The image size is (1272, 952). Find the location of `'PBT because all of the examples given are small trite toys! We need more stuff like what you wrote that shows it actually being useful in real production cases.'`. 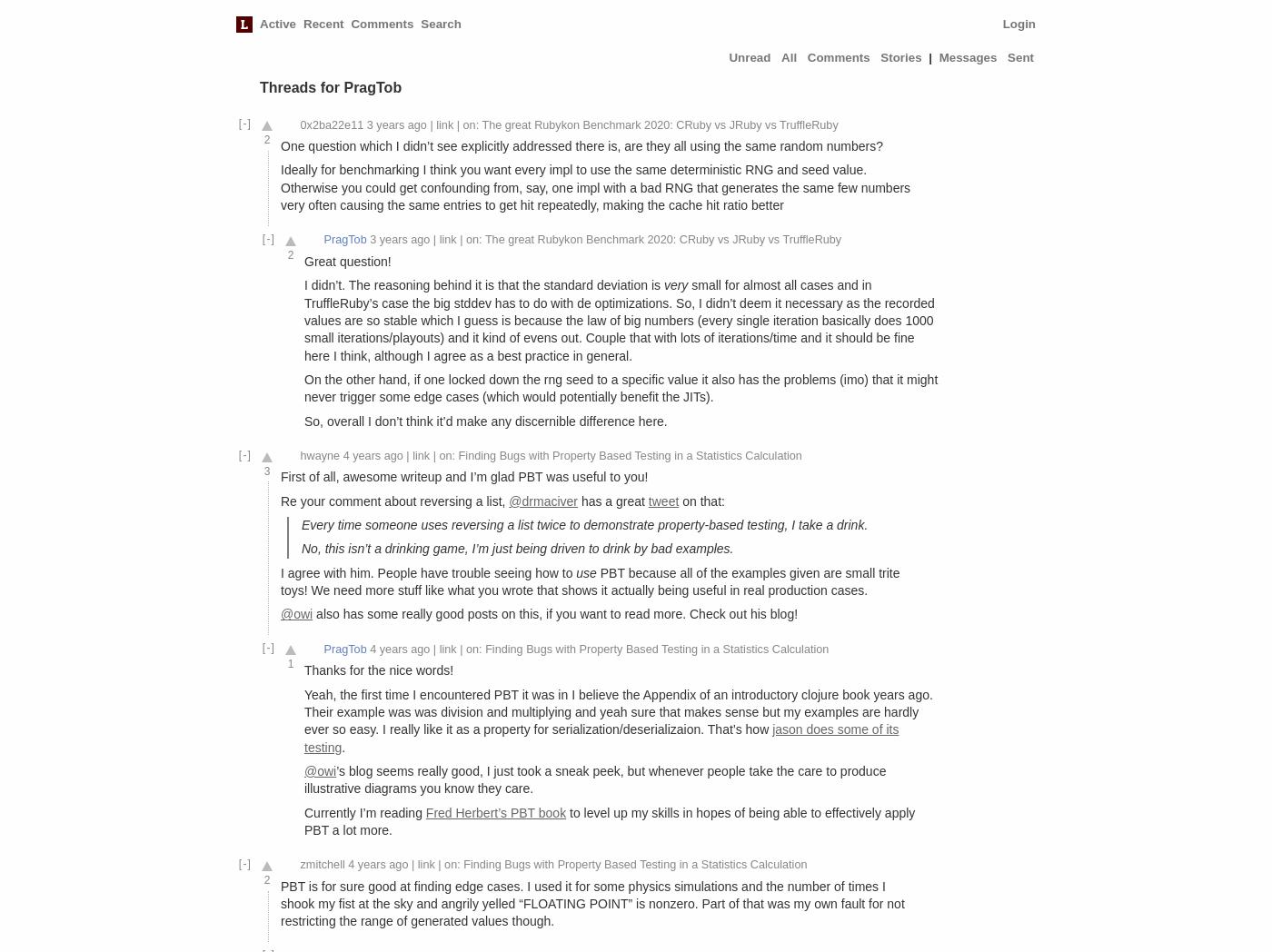

'PBT because all of the examples given are small trite toys! We need more stuff like what you wrote that shows it actually being useful in real production cases.' is located at coordinates (590, 580).